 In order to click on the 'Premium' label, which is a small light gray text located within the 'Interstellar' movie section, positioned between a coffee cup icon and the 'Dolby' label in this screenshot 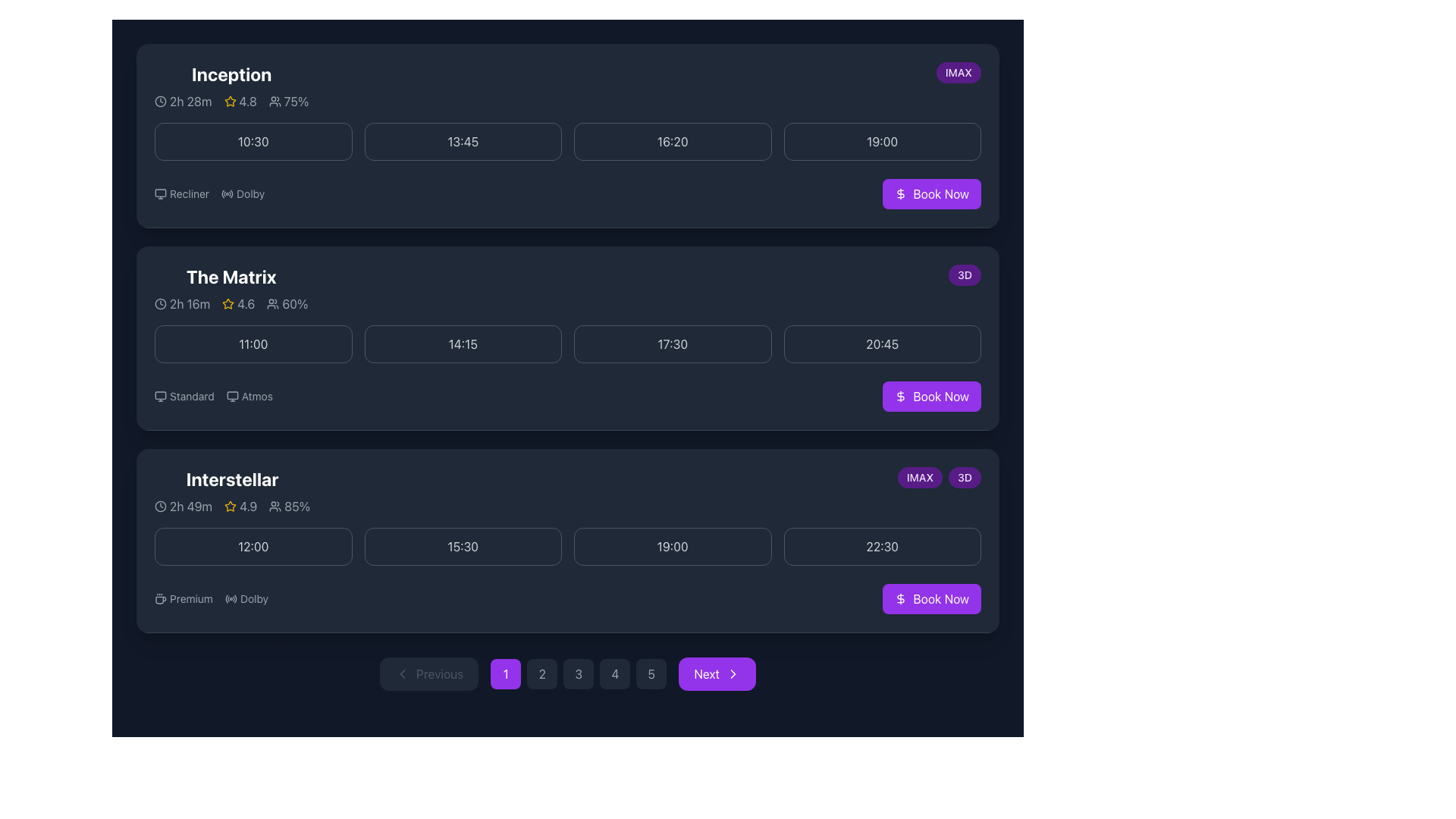, I will do `click(190, 598)`.